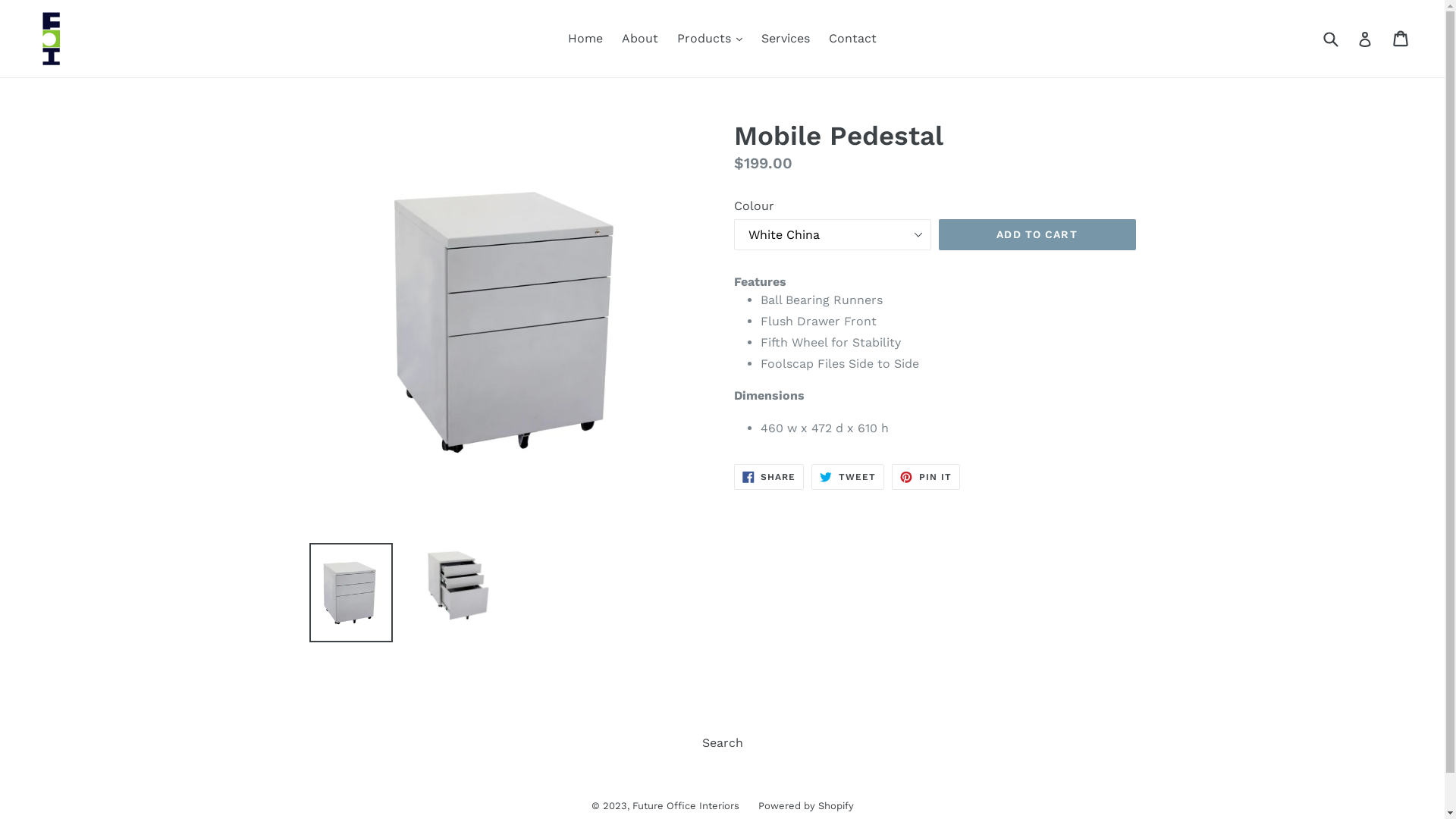 This screenshot has width=1456, height=819. What do you see at coordinates (852, 37) in the screenshot?
I see `'Contact'` at bounding box center [852, 37].